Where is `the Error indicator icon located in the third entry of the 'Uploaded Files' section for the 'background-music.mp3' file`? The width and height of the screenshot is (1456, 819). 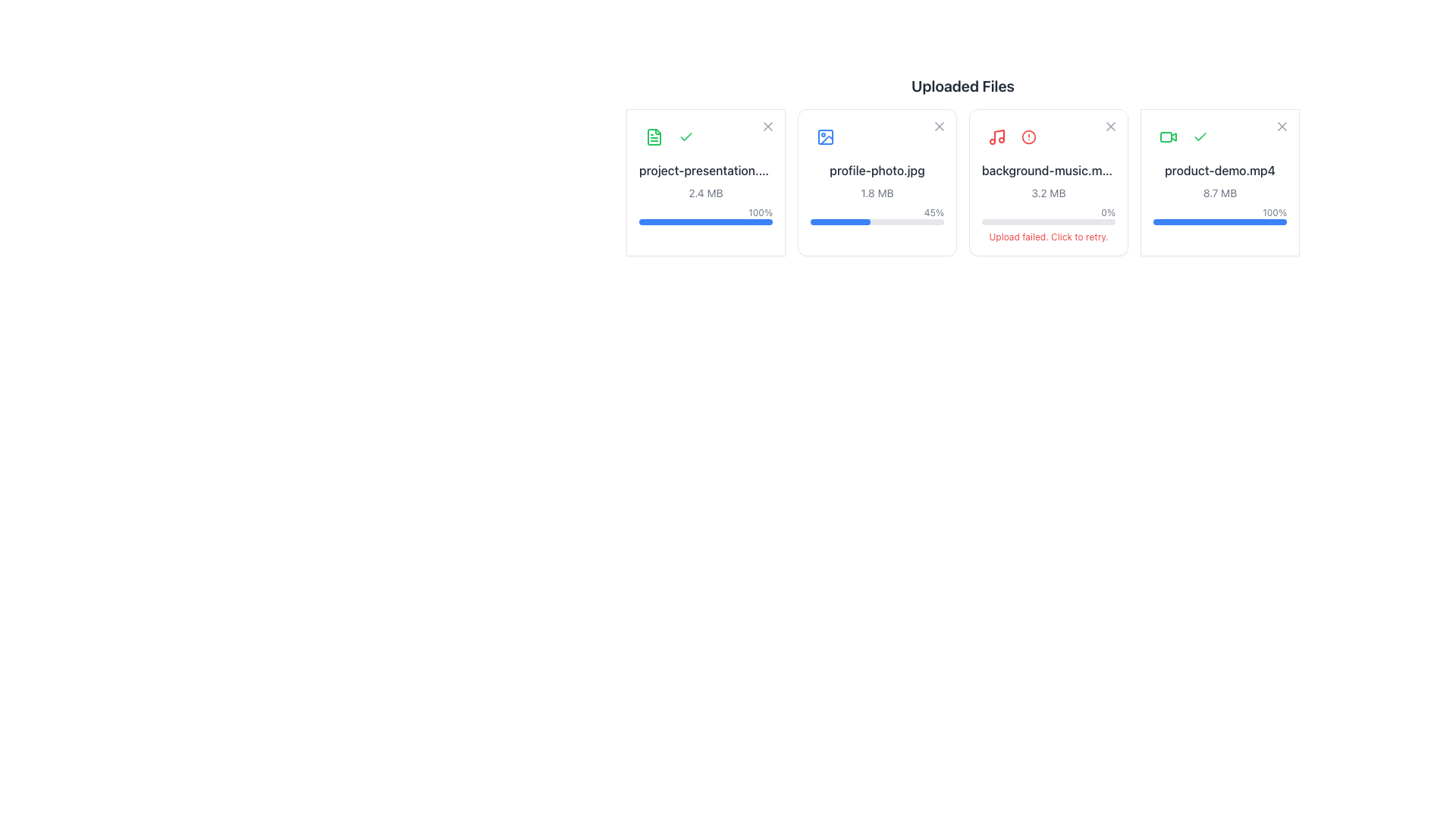 the Error indicator icon located in the third entry of the 'Uploaded Files' section for the 'background-music.mp3' file is located at coordinates (1029, 137).